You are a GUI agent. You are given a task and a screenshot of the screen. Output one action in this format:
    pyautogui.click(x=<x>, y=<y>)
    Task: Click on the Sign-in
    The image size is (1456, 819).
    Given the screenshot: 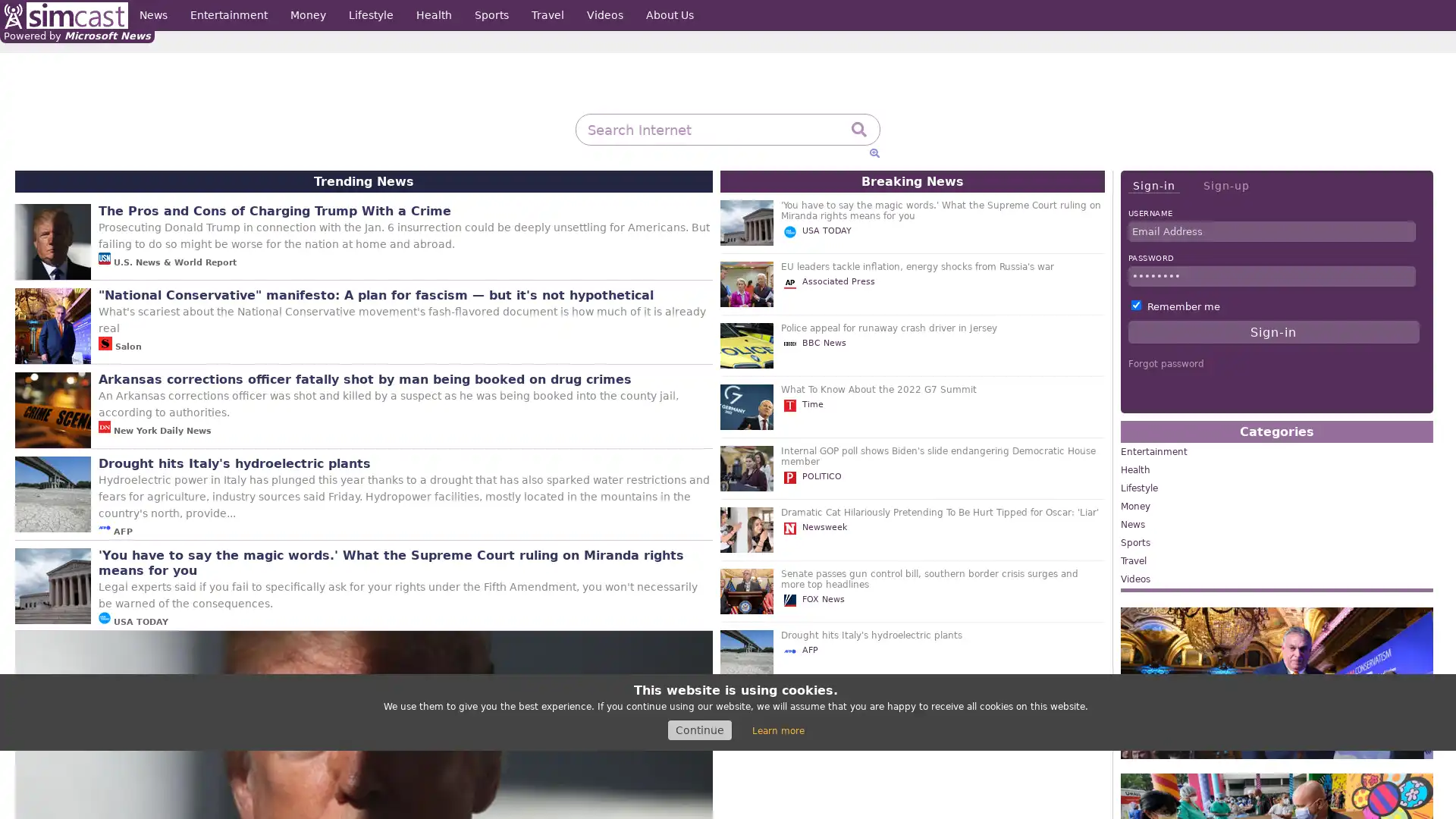 What is the action you would take?
    pyautogui.click(x=1273, y=331)
    